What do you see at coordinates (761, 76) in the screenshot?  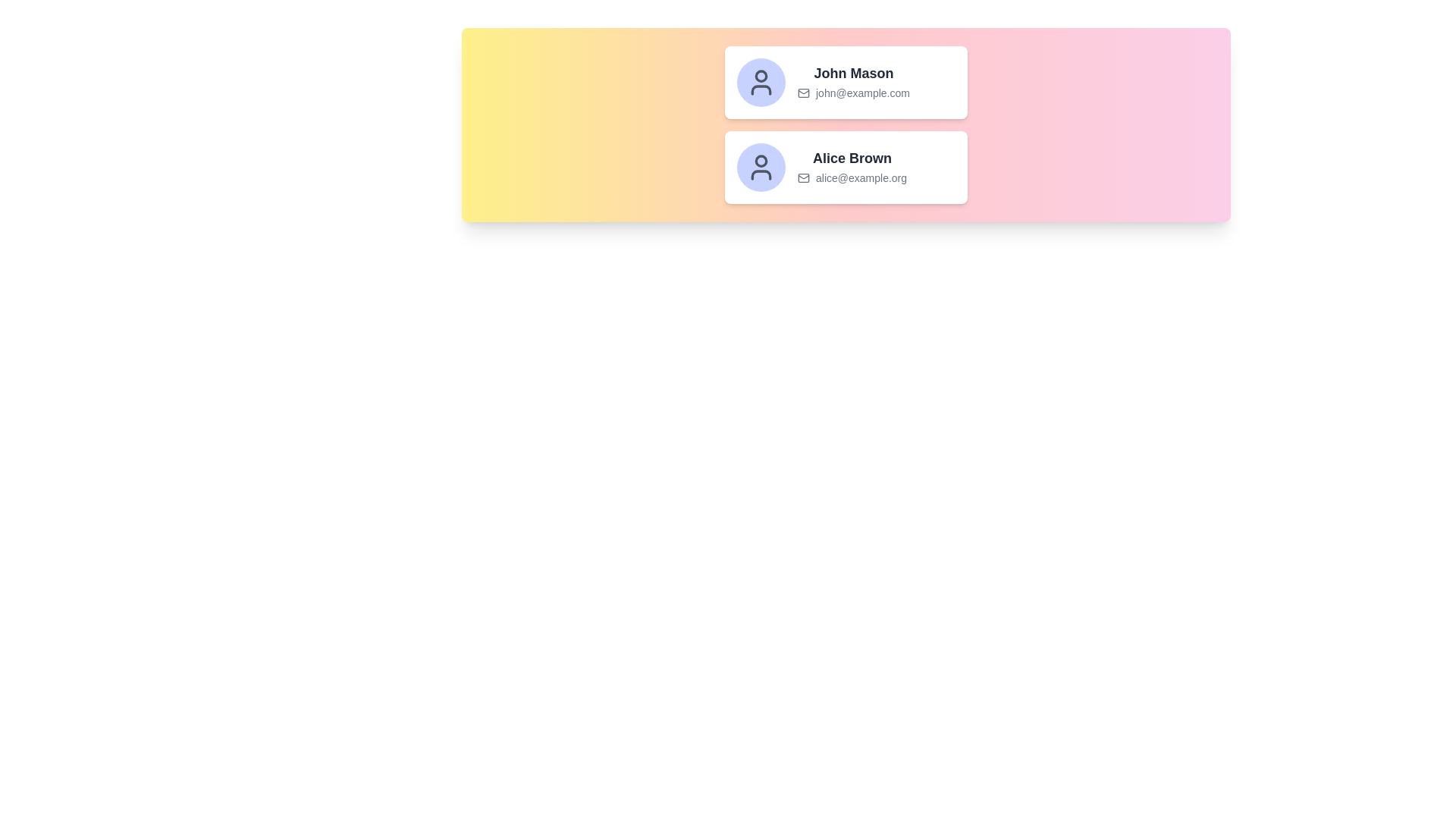 I see `the Circle element within the SVG graphic that indicates the status of user John Mason, located in the profile section of the interface` at bounding box center [761, 76].